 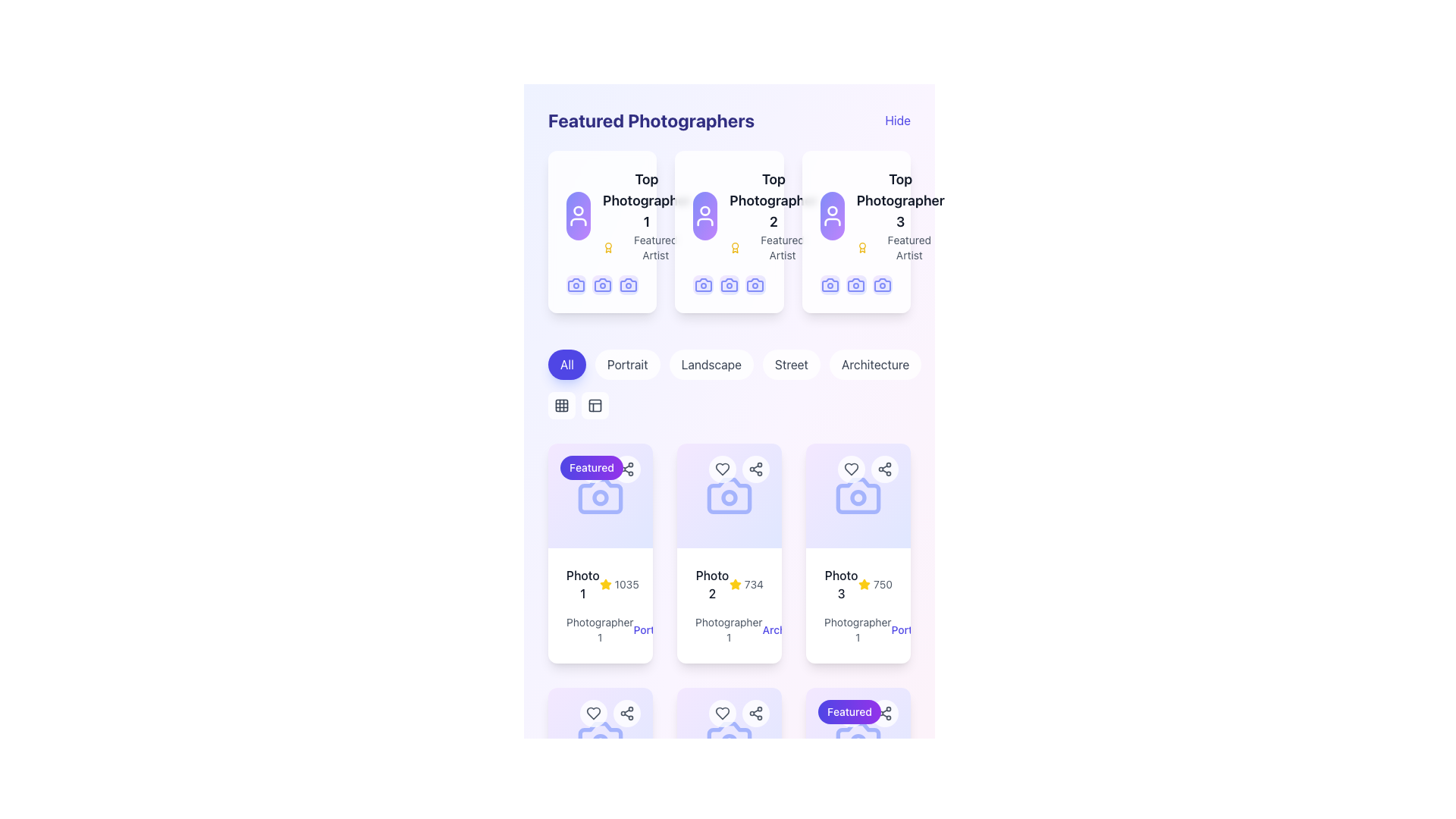 What do you see at coordinates (578, 210) in the screenshot?
I see `the Circle element that represents the head of a user icon in the upper component of the user icon inside the leftmost card of the 'Featured Photographers' section` at bounding box center [578, 210].